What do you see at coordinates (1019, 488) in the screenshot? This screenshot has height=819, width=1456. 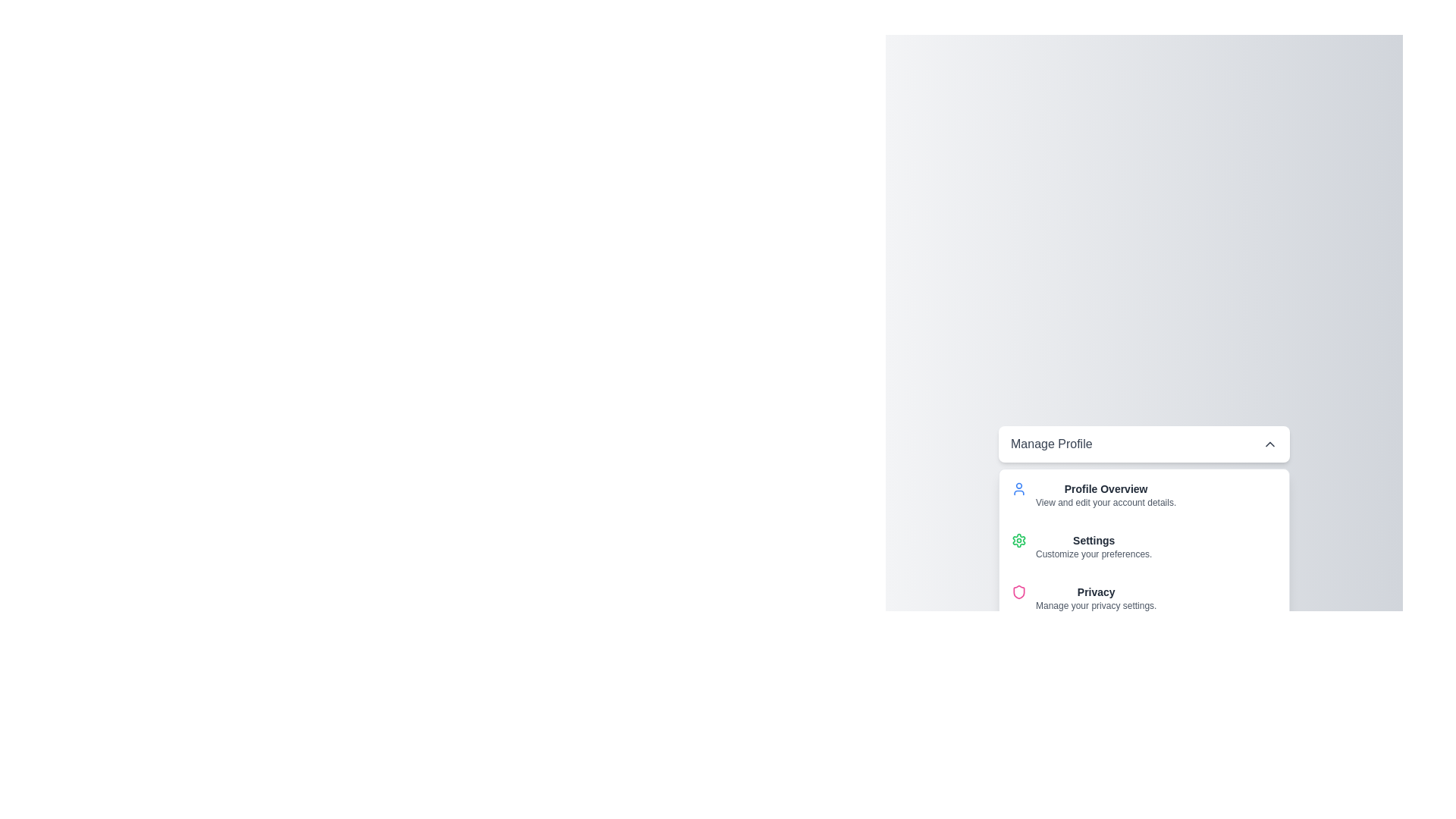 I see `the user avatar icon` at bounding box center [1019, 488].